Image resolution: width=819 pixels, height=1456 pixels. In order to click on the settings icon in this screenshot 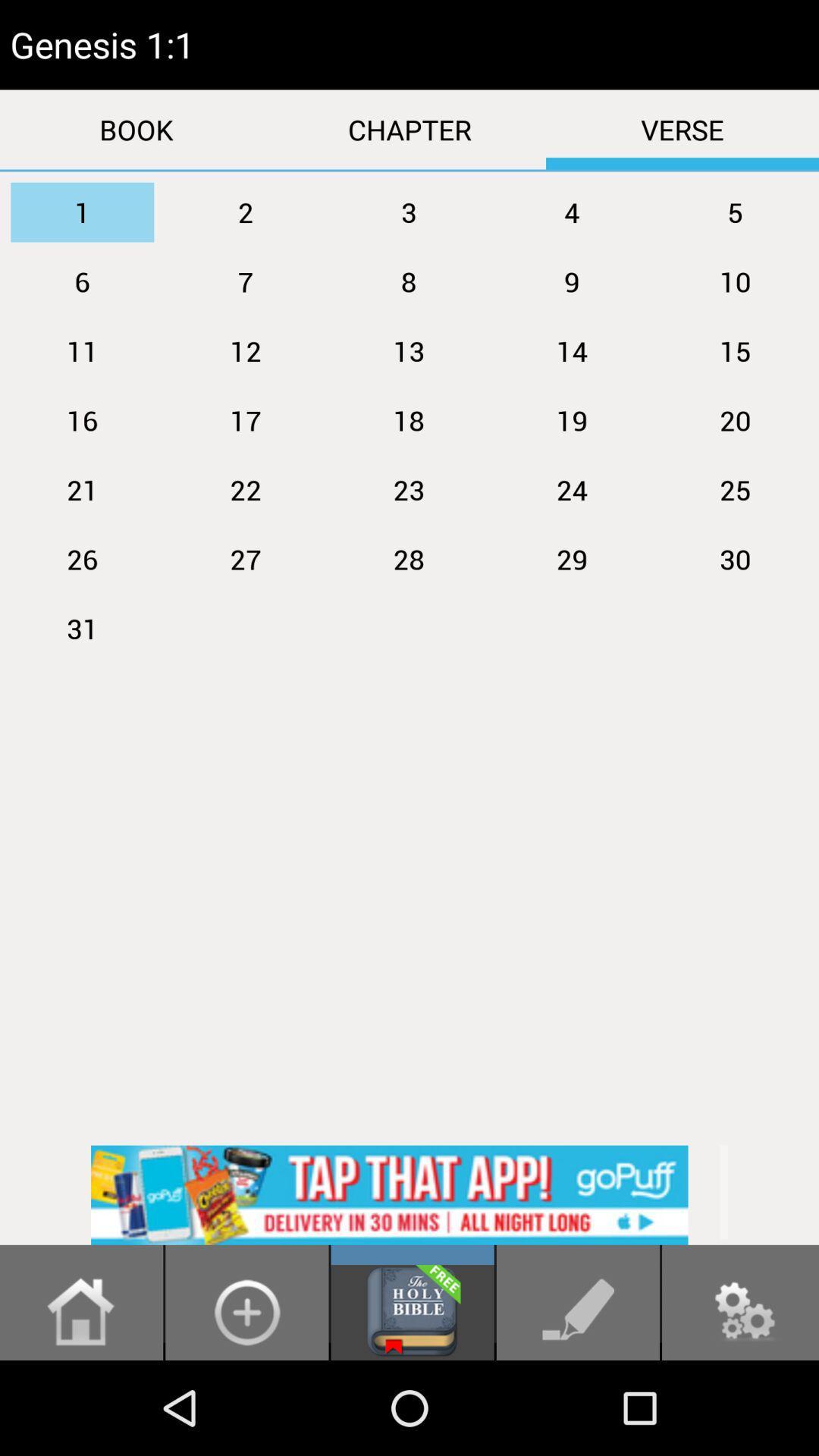, I will do `click(739, 1404)`.